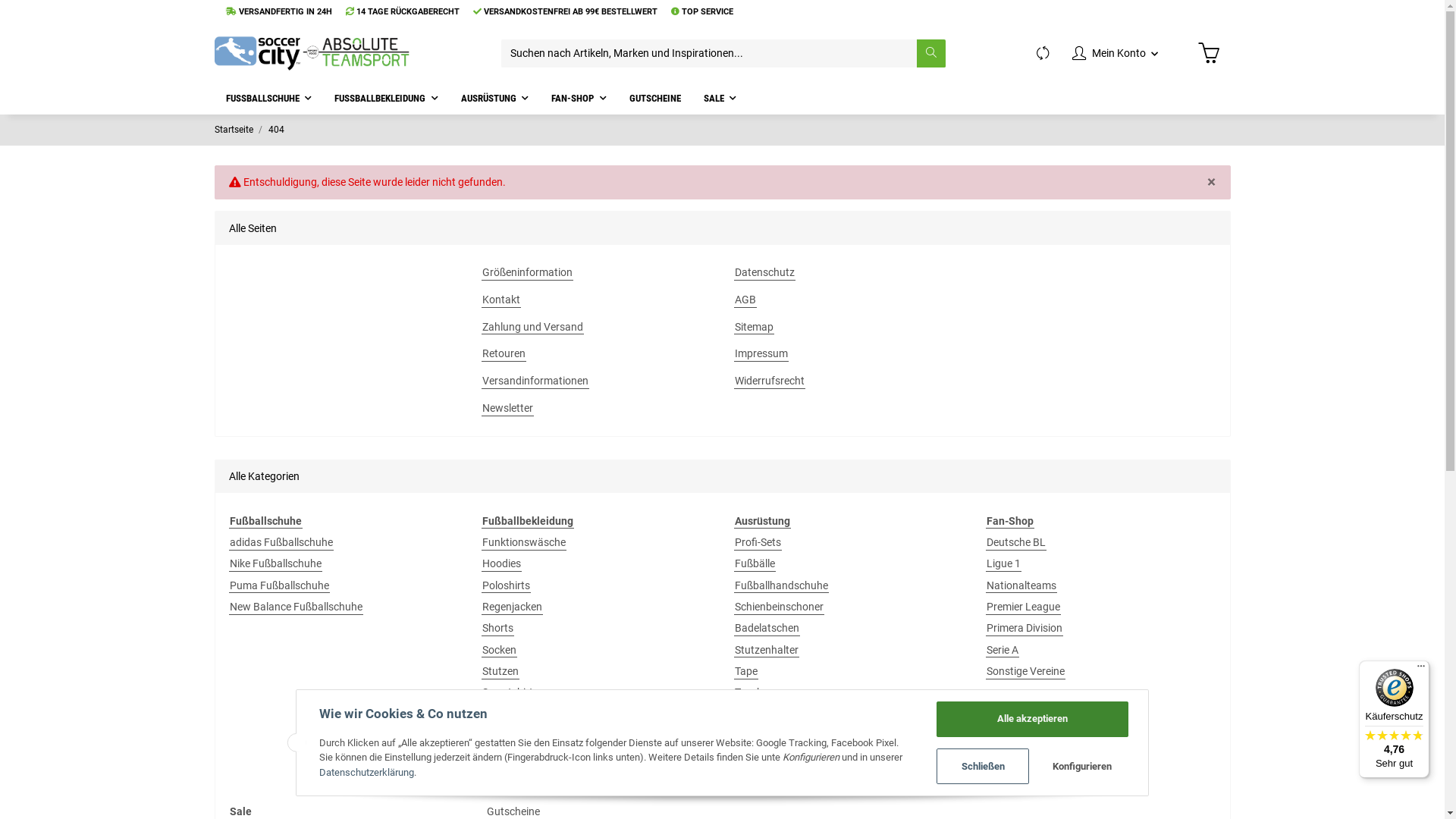  I want to click on 'Zahlung und Versand', so click(532, 326).